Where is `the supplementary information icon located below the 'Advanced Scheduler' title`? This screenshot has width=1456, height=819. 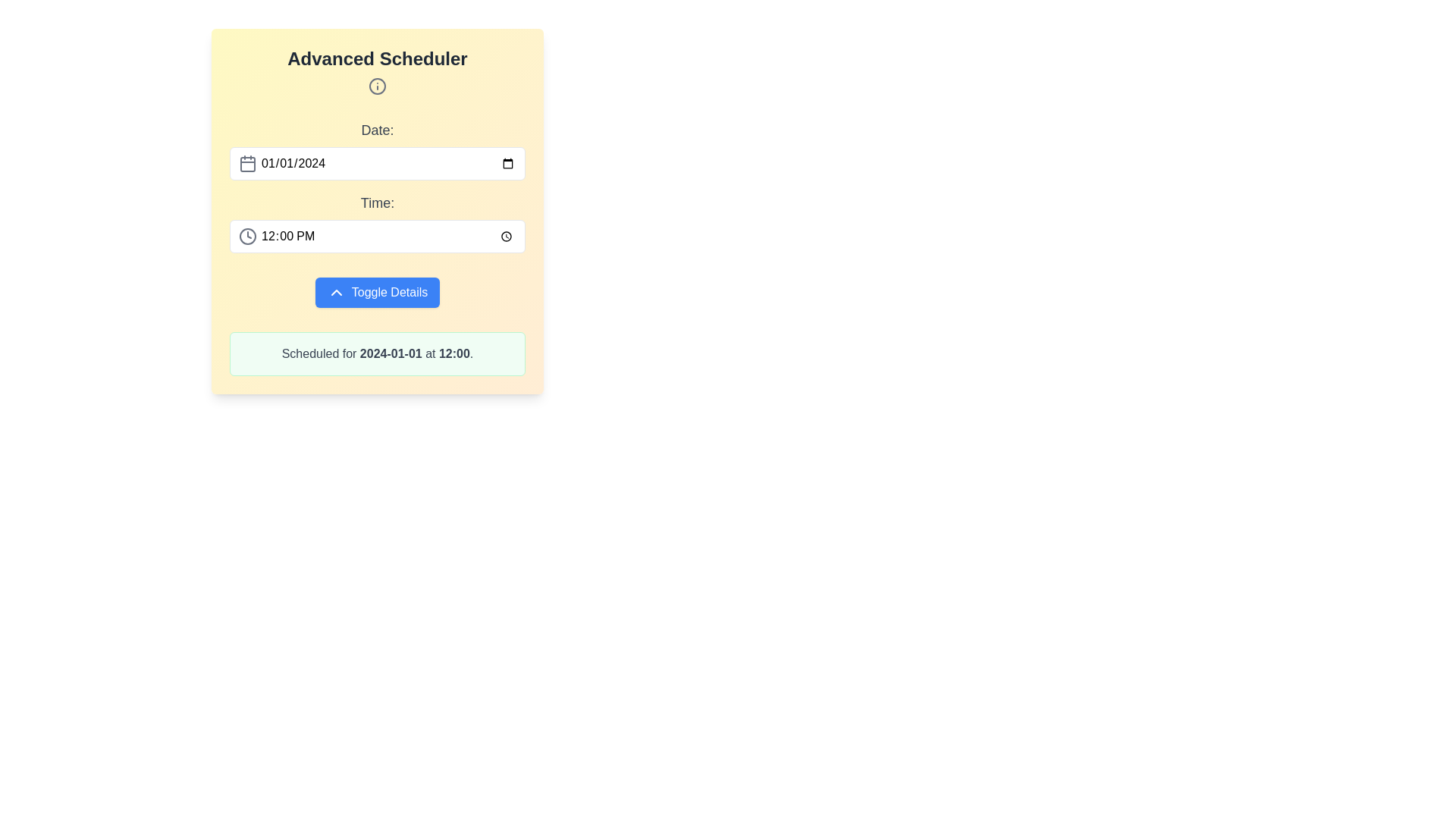 the supplementary information icon located below the 'Advanced Scheduler' title is located at coordinates (378, 71).